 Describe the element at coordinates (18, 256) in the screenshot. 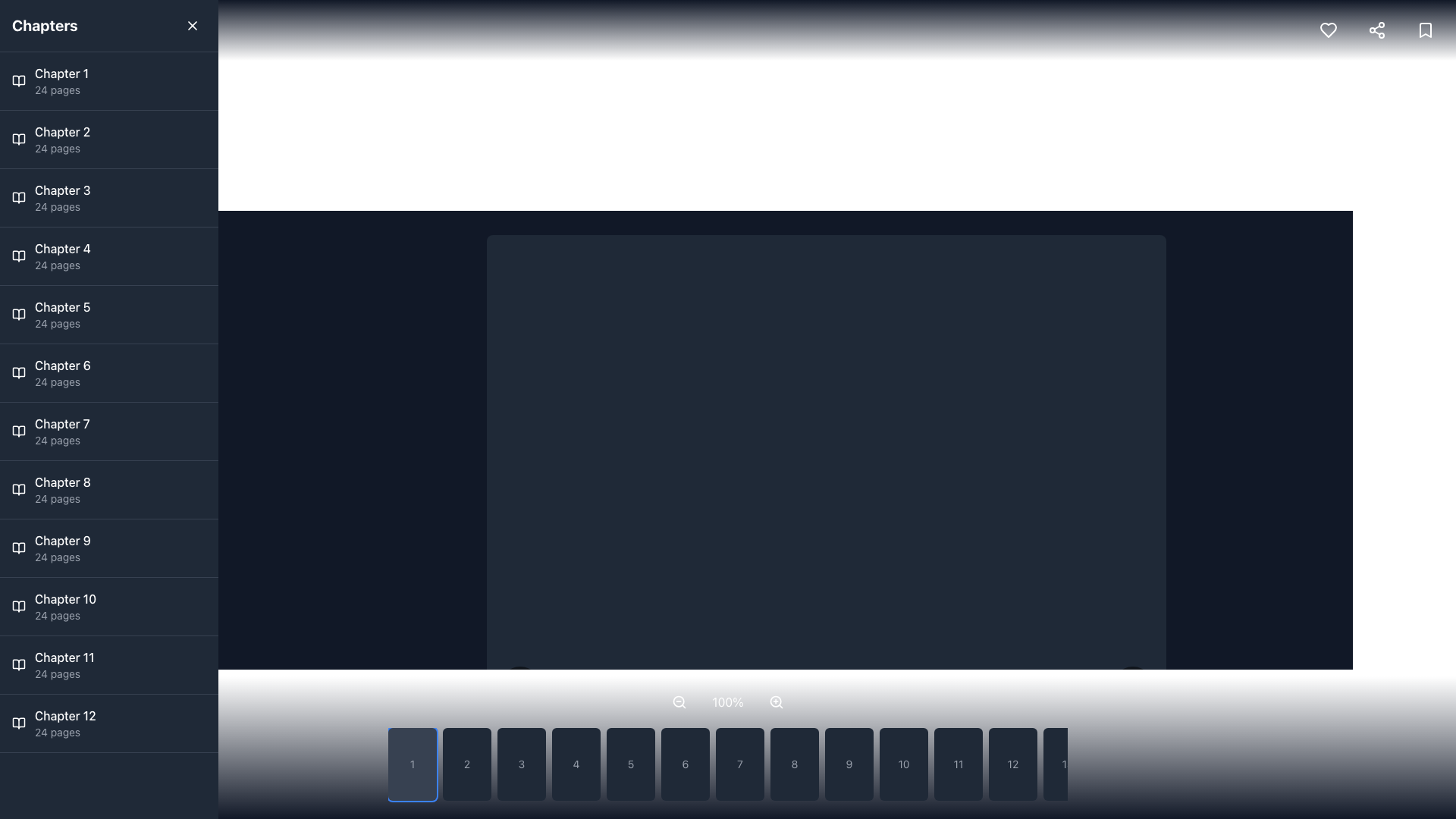

I see `the chapter icon located in the sidebar for 'Chapter 4', which visually indicates that this list item pertains to a chapter or section` at that location.